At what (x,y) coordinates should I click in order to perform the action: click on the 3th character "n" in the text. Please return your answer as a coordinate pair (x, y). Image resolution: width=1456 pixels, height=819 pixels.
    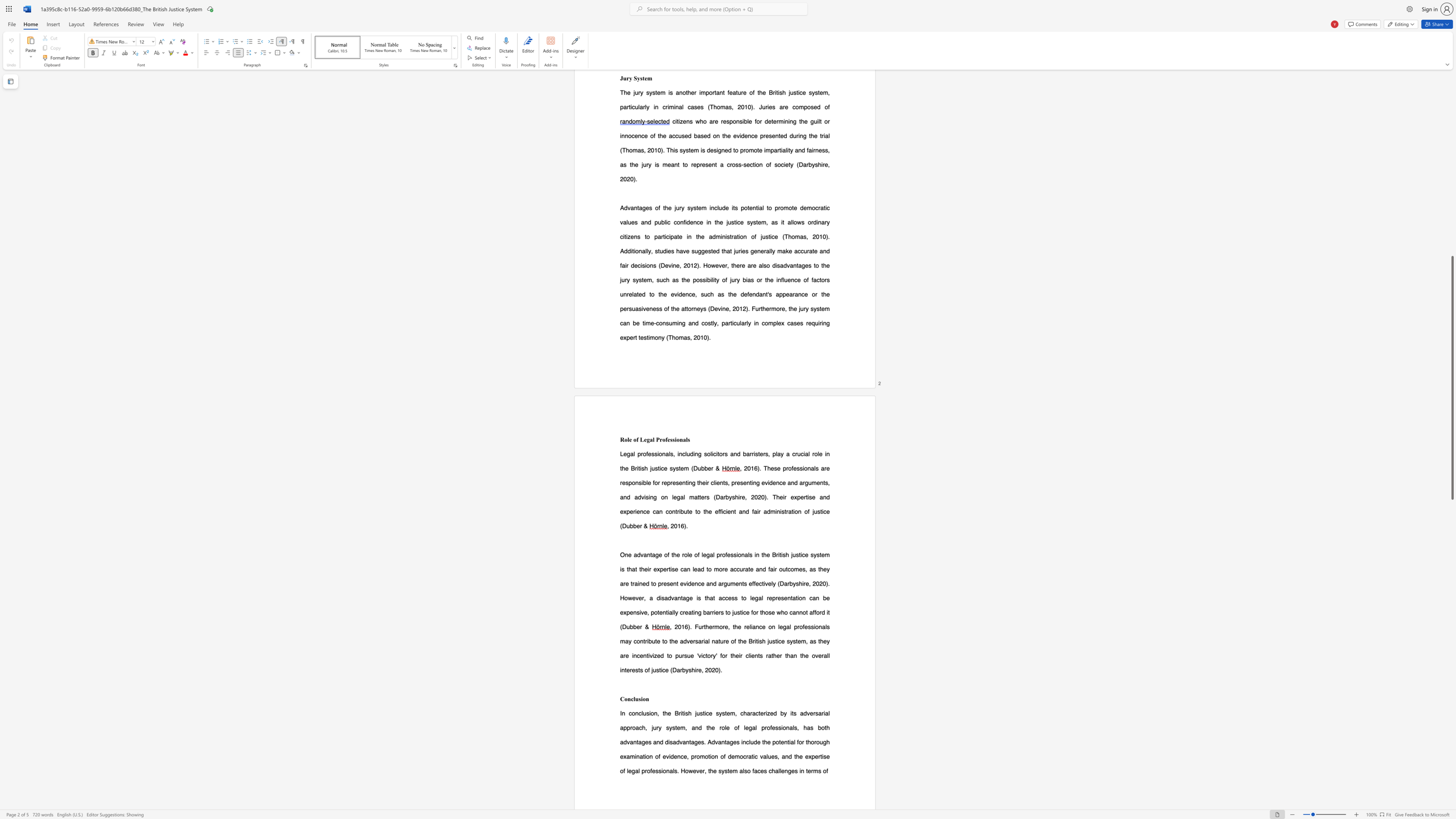
    Looking at the image, I should click on (802, 770).